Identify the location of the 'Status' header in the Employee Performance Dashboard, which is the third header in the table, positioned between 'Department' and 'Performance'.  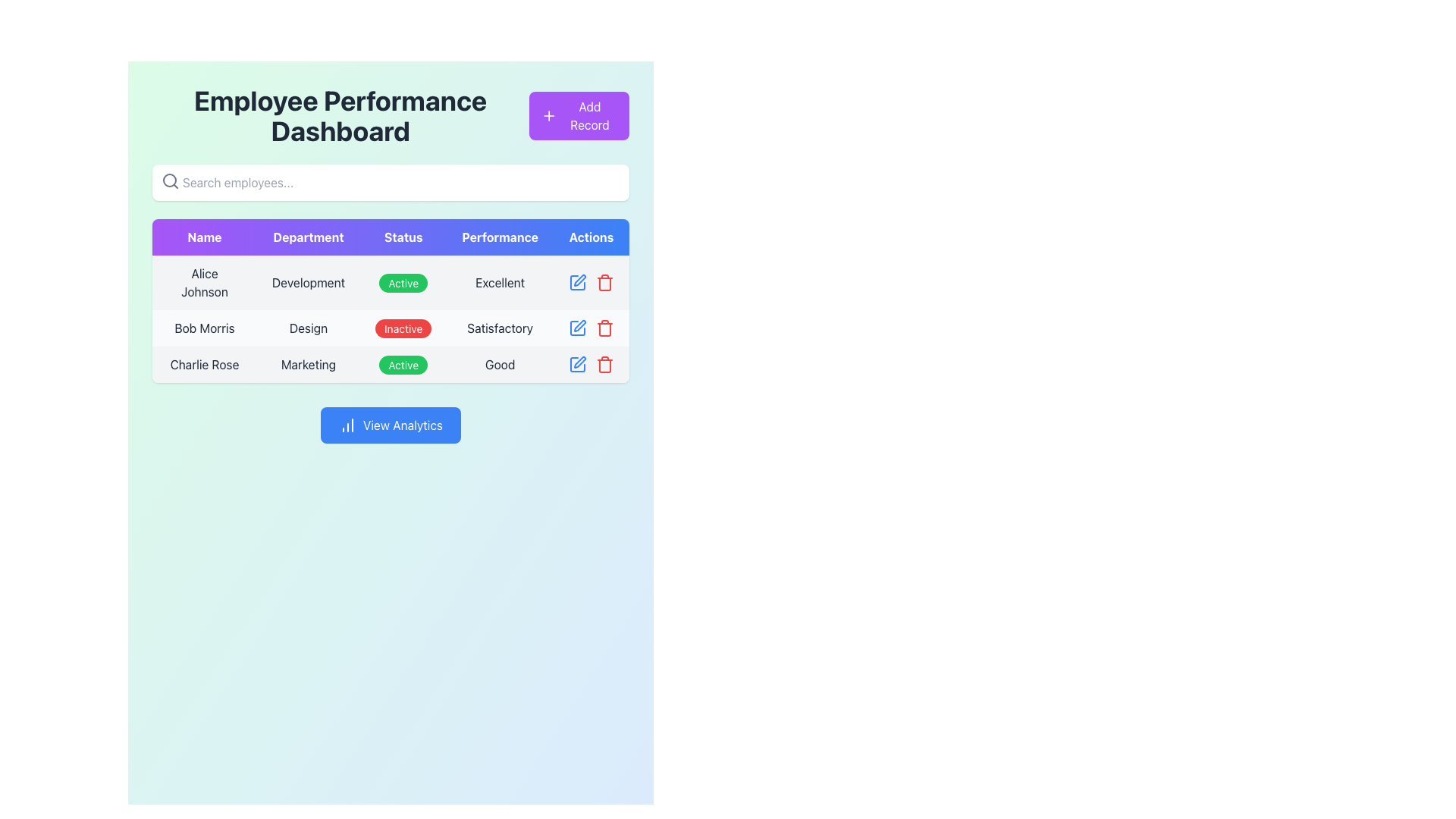
(403, 237).